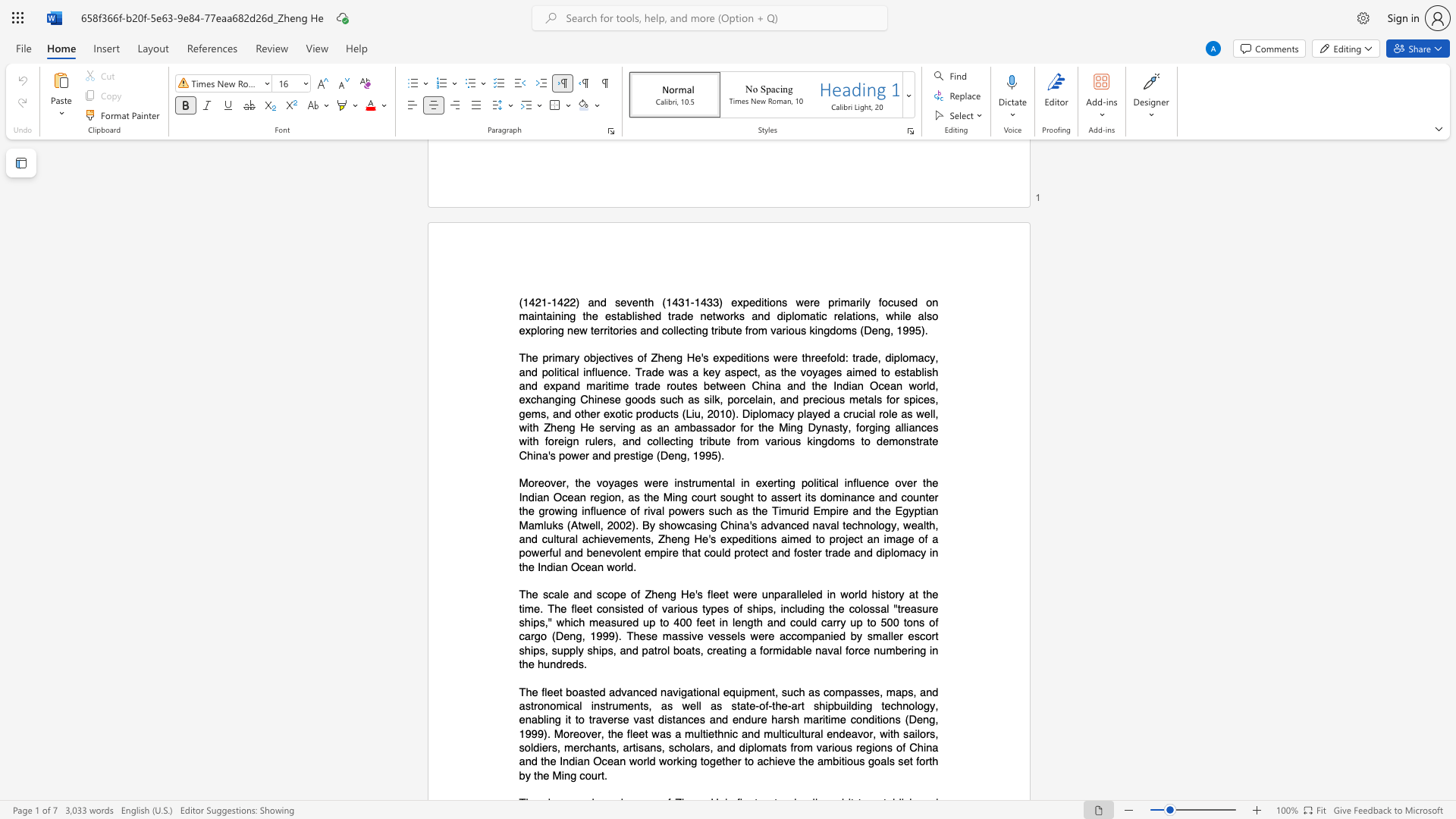  Describe the element at coordinates (667, 747) in the screenshot. I see `the subset text "sc" within the text "shipbuilding technology, enabling it to traverse vast distances and endure harsh maritime conditions (Deng, 1999). Moreover, the fleet was a multiethnic and multicultural endeavor, with sailors, soldiers, merchants, artisans, scholars, and diplomats from various regions of China and the Indian Ocean world working together to achieve the ambitious goals set forth by the Ming court."` at that location.